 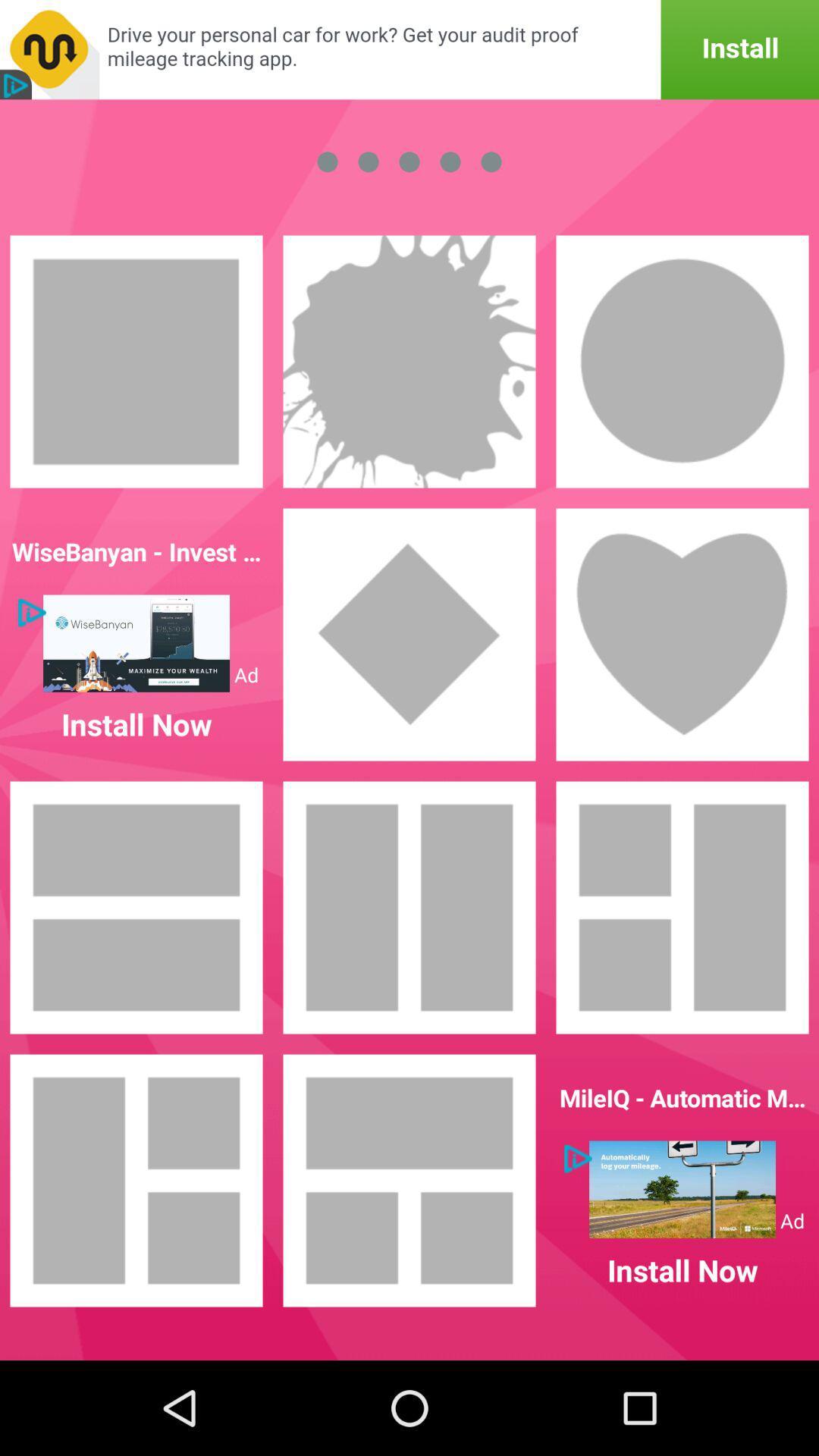 I want to click on make it diamond shaped, so click(x=409, y=634).